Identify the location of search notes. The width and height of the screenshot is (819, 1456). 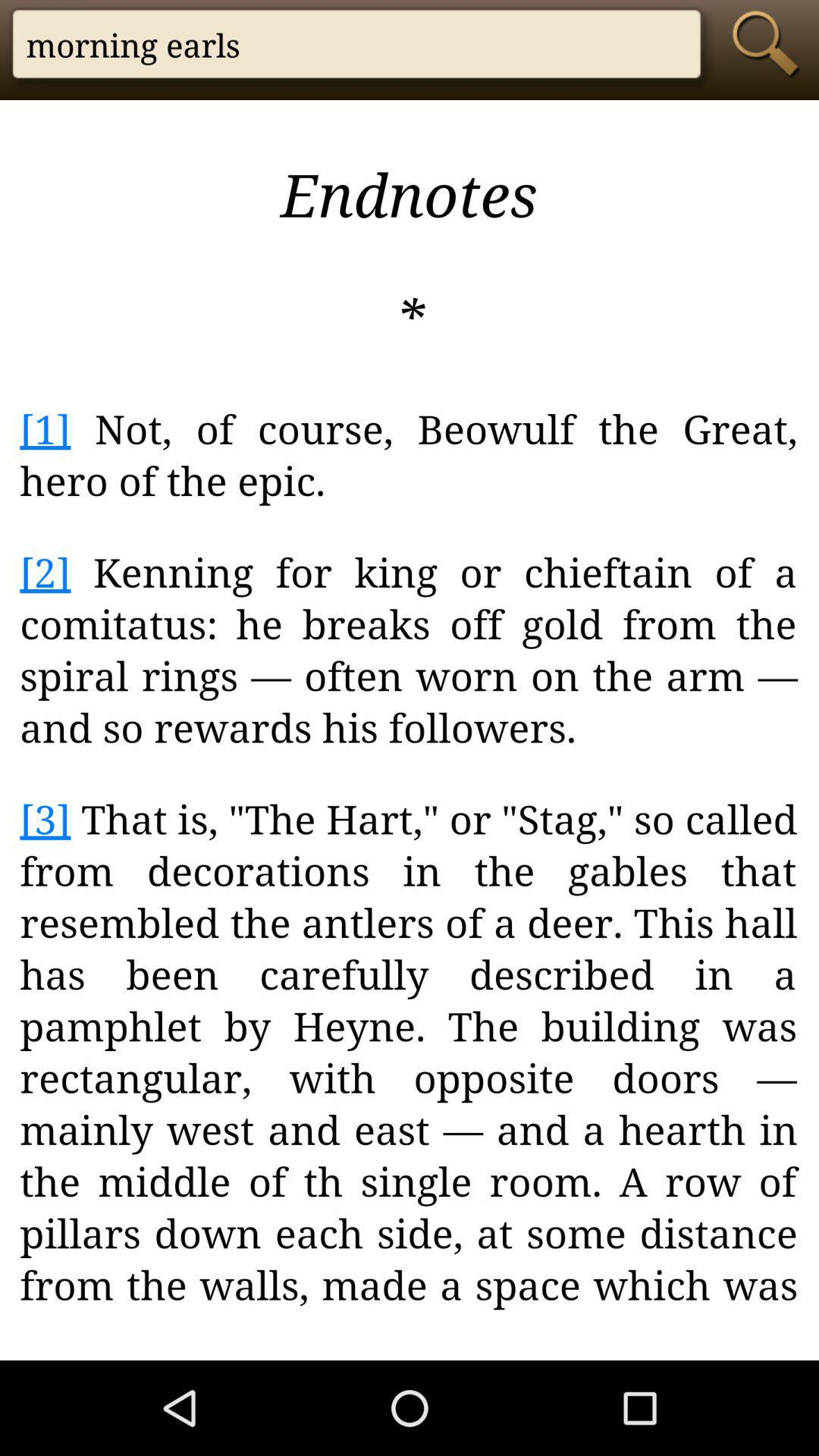
(770, 43).